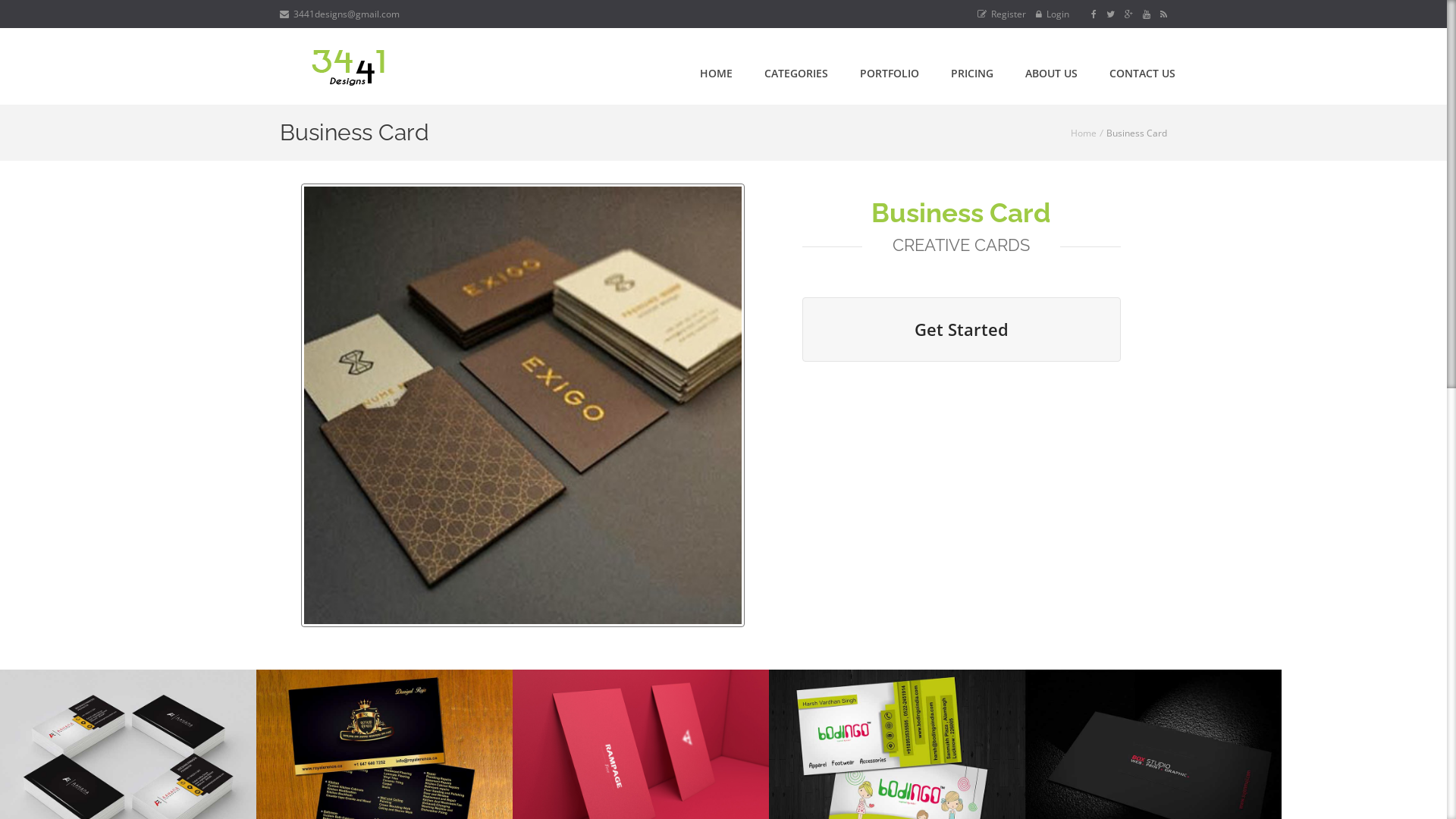  I want to click on '  3441designs@gmail.com', so click(338, 14).